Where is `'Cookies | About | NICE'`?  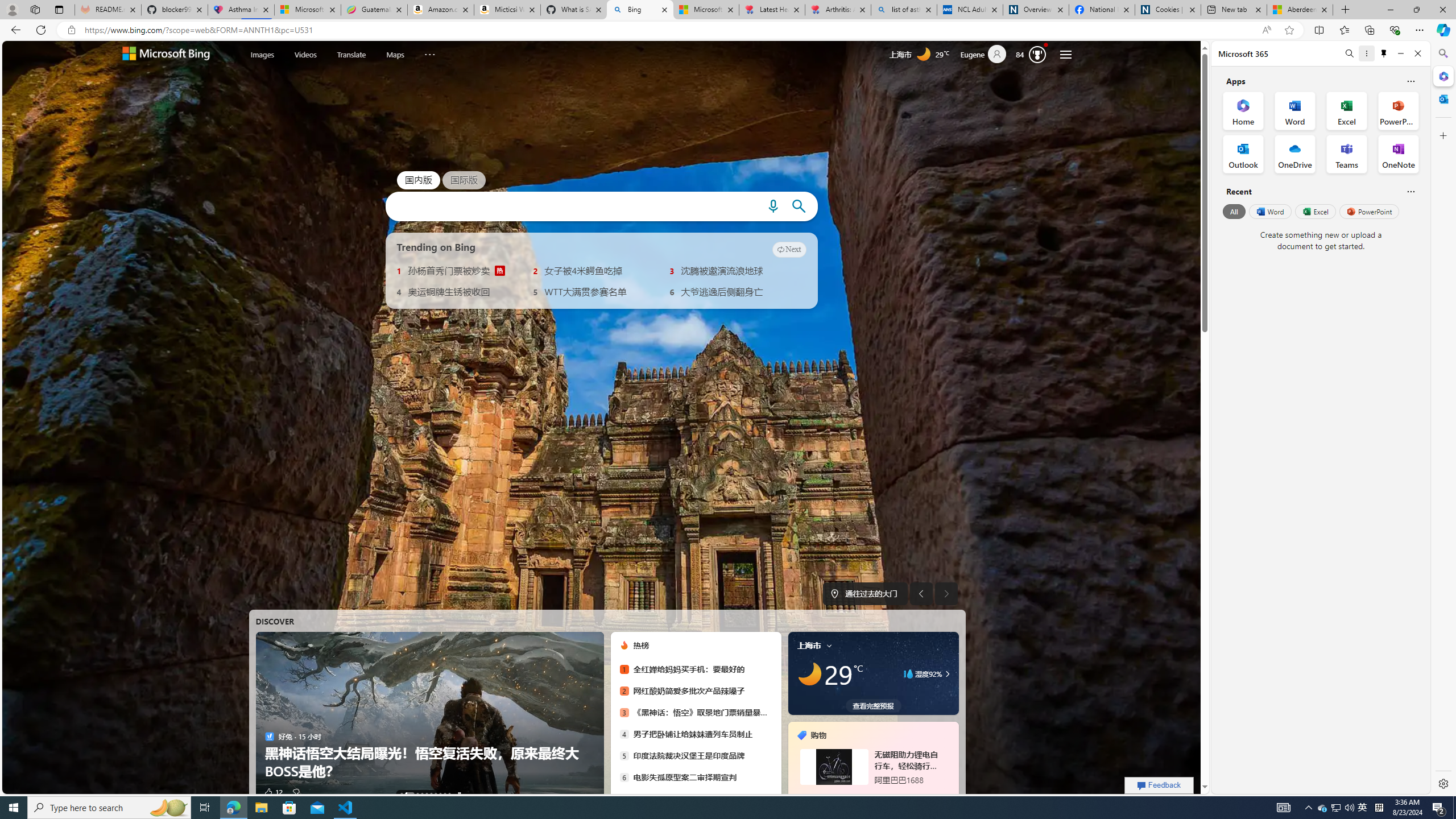
'Cookies | About | NICE' is located at coordinates (1168, 9).